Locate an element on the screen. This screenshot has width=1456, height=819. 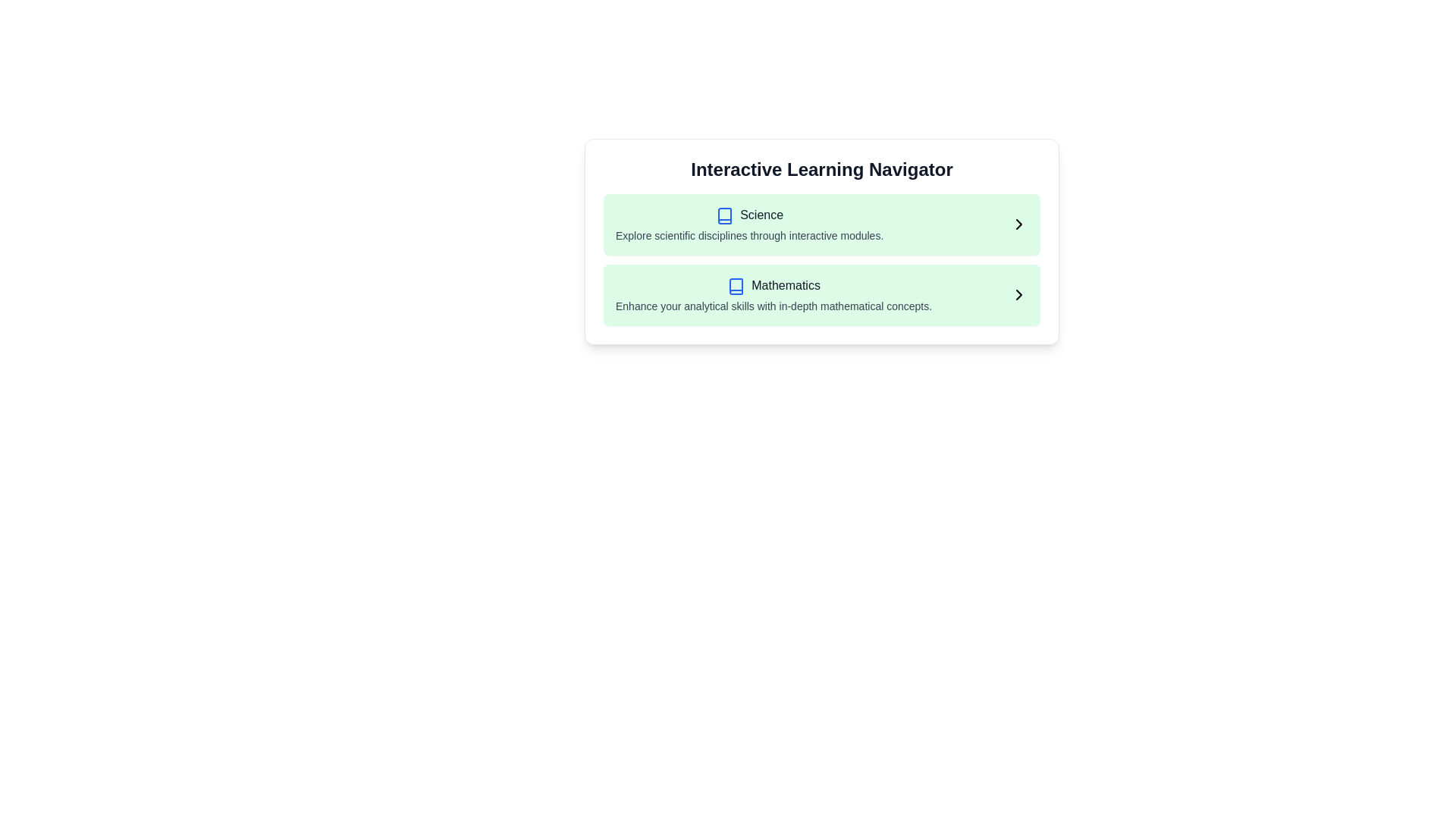
the Text label indicating the mathematics section, which is positioned below the 'Science' title and is part of a highlighted green section is located at coordinates (786, 285).